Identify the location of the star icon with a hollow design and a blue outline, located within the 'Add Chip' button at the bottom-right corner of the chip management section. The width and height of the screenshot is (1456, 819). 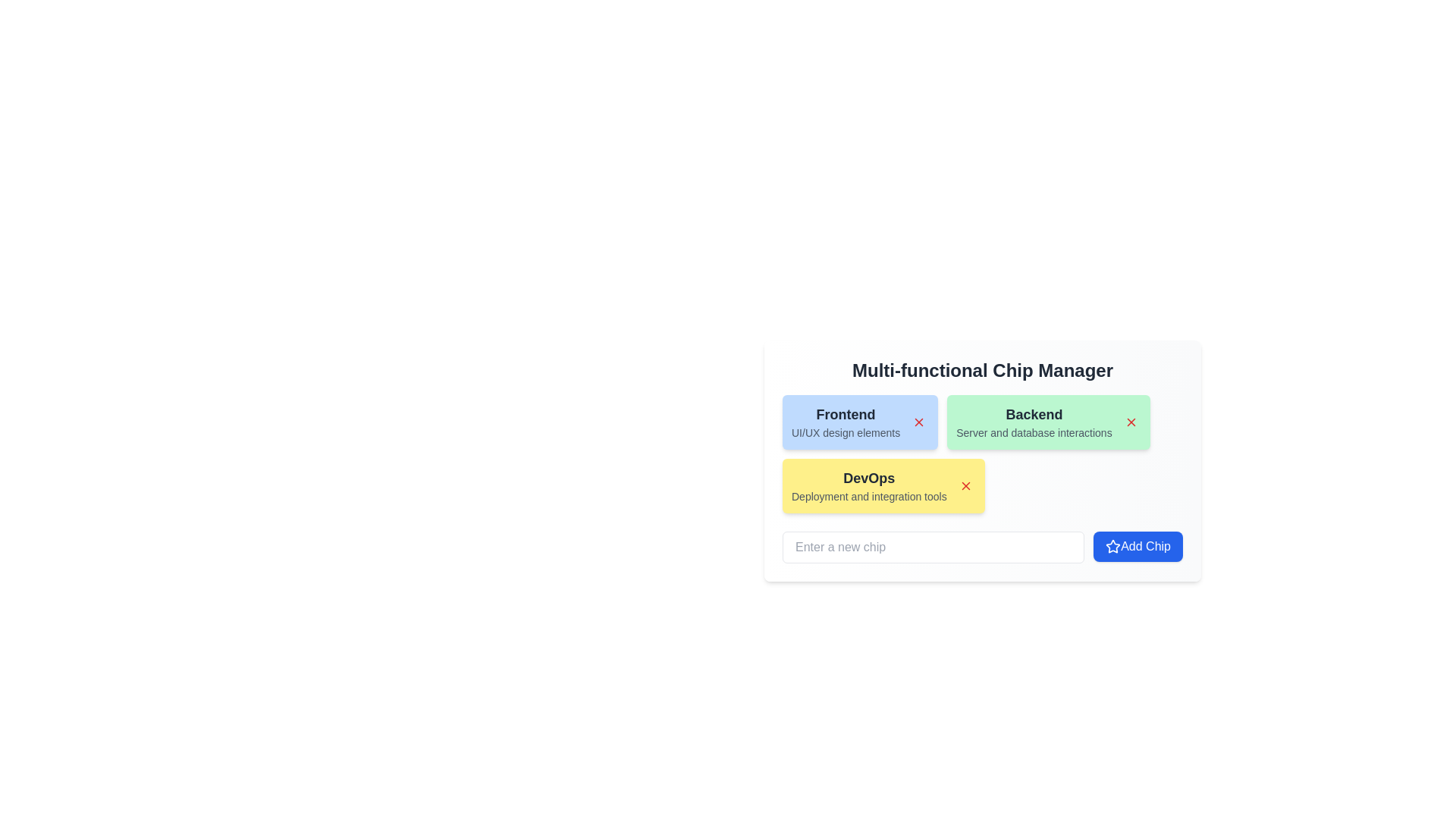
(1113, 546).